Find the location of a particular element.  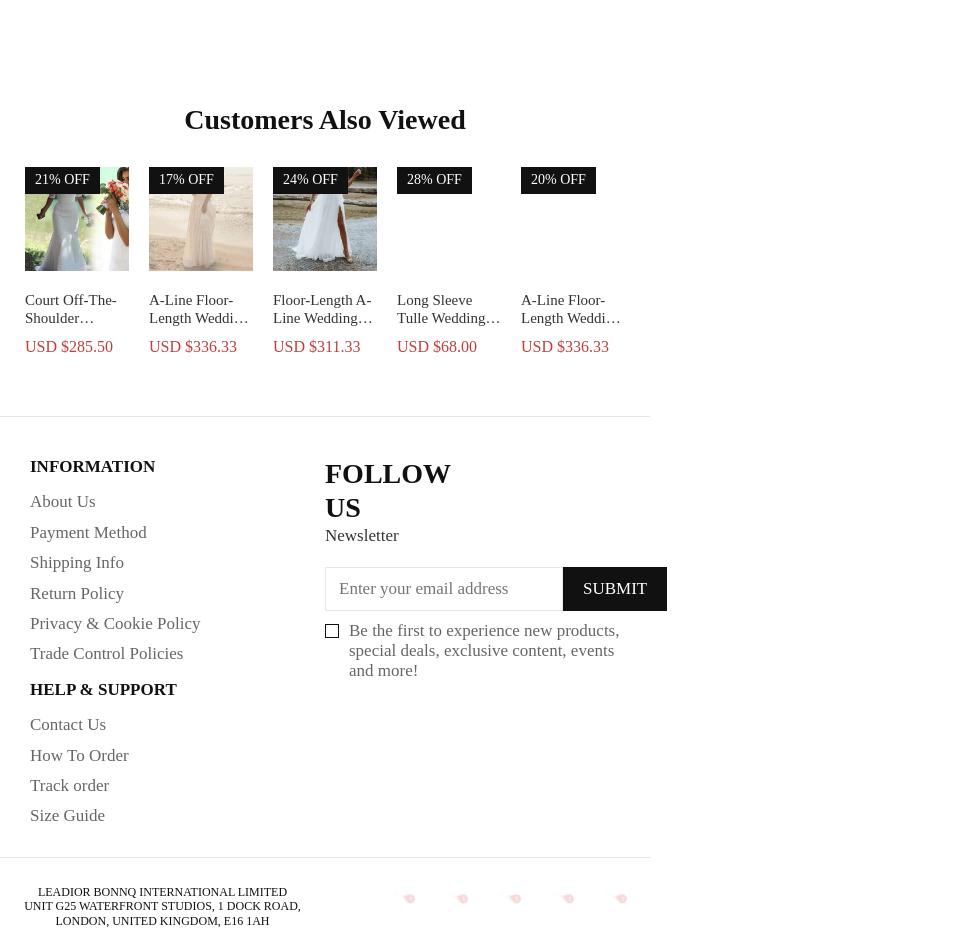

'USD $311.33' is located at coordinates (316, 344).